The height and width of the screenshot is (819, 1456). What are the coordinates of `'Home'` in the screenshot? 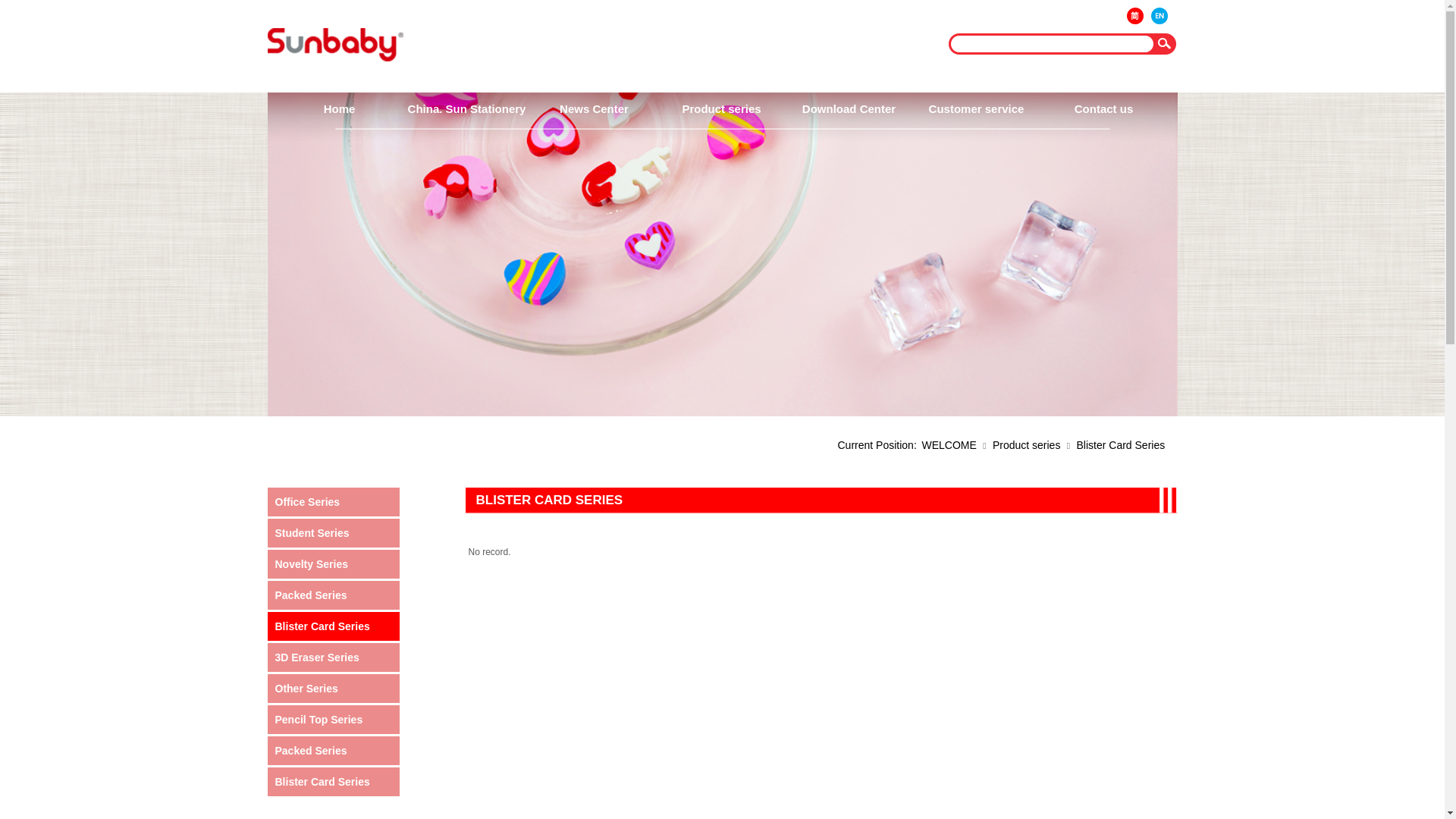 It's located at (279, 108).